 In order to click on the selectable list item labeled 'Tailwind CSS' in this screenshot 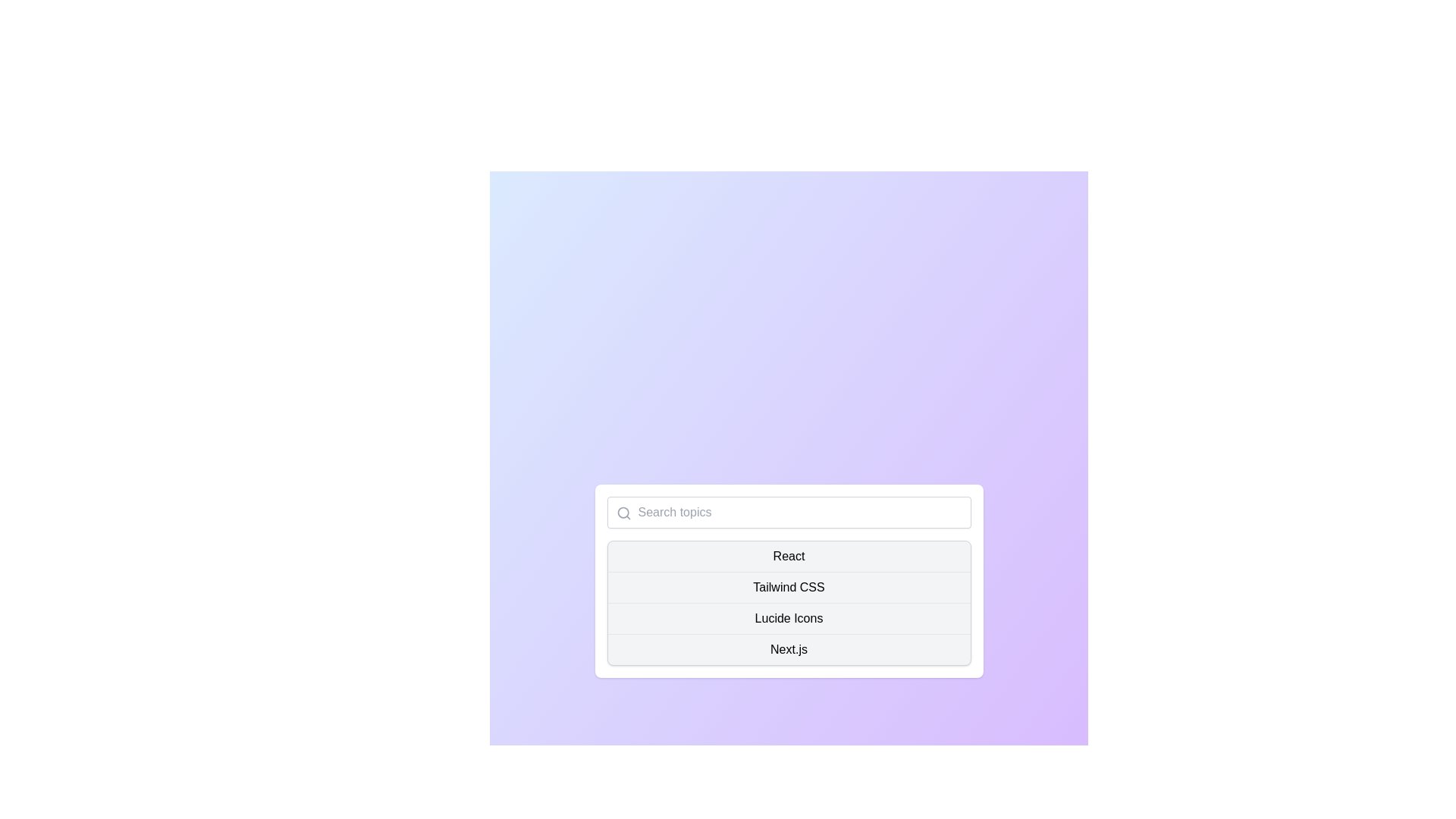, I will do `click(789, 580)`.